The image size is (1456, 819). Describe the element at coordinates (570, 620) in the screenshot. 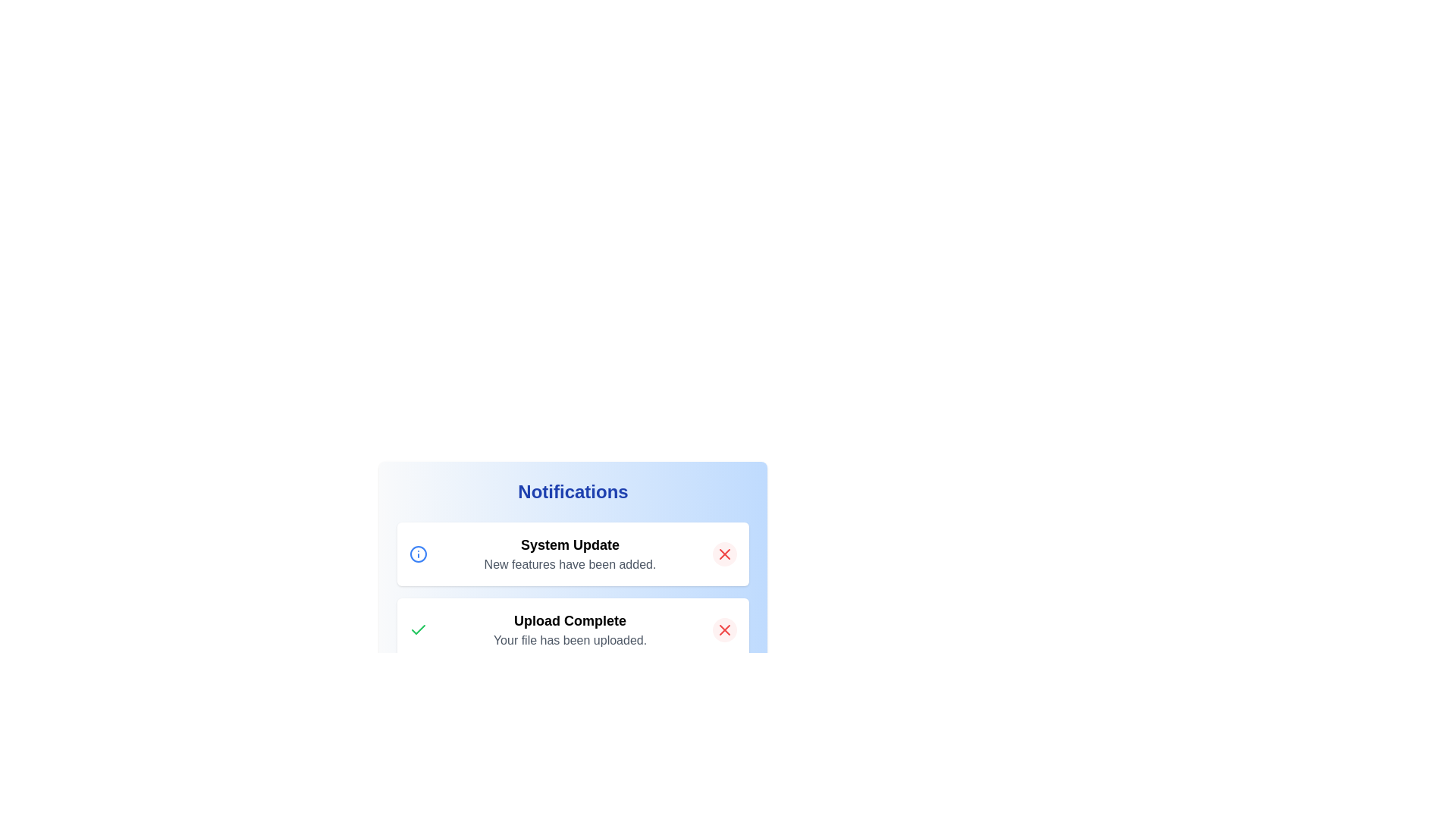

I see `text displayed in the heading of the notification card, which summarizes the context of the upload being completed` at that location.